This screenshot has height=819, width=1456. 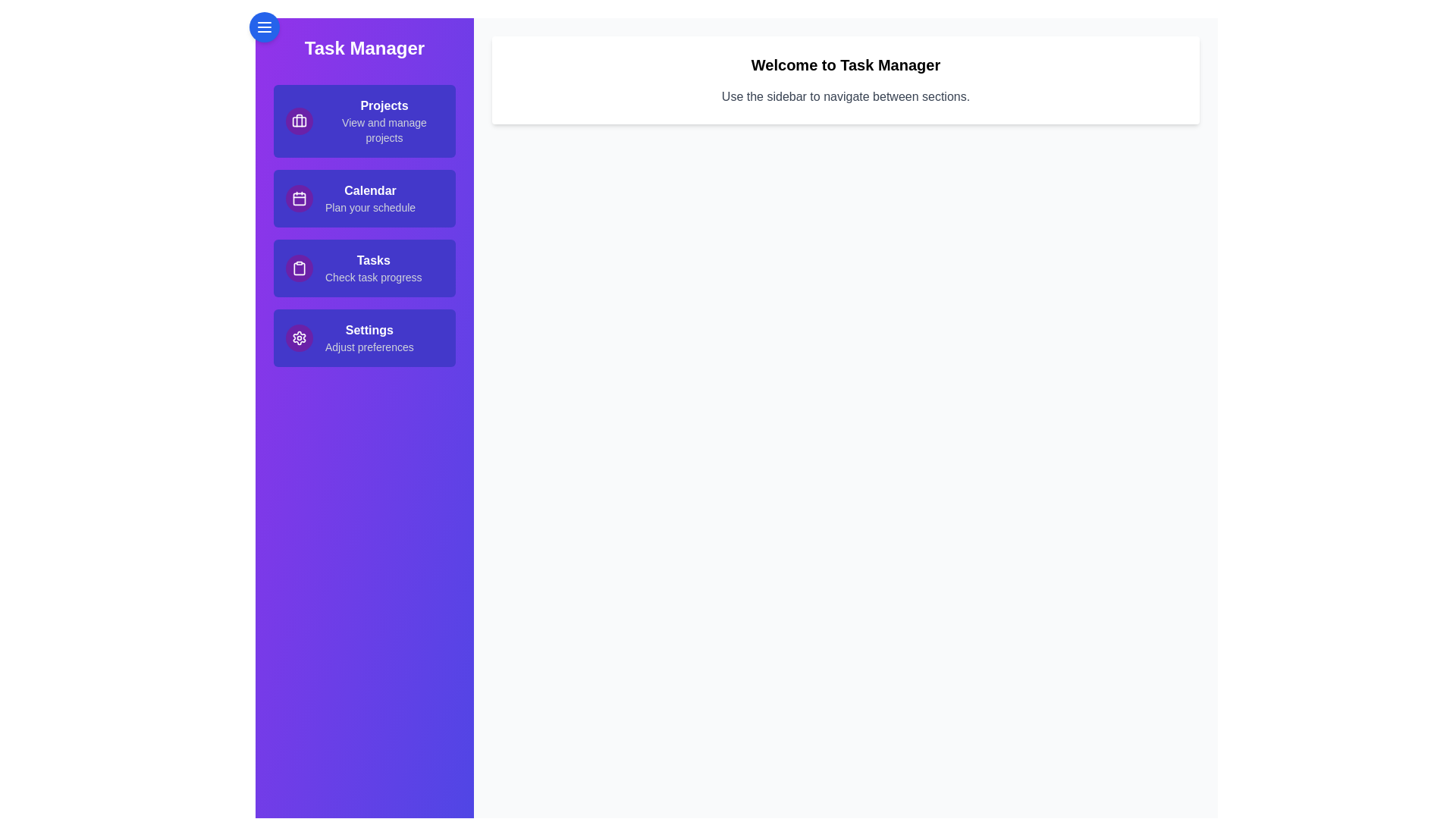 I want to click on the sidebar item Calendar to reveal its hover effect, so click(x=364, y=198).